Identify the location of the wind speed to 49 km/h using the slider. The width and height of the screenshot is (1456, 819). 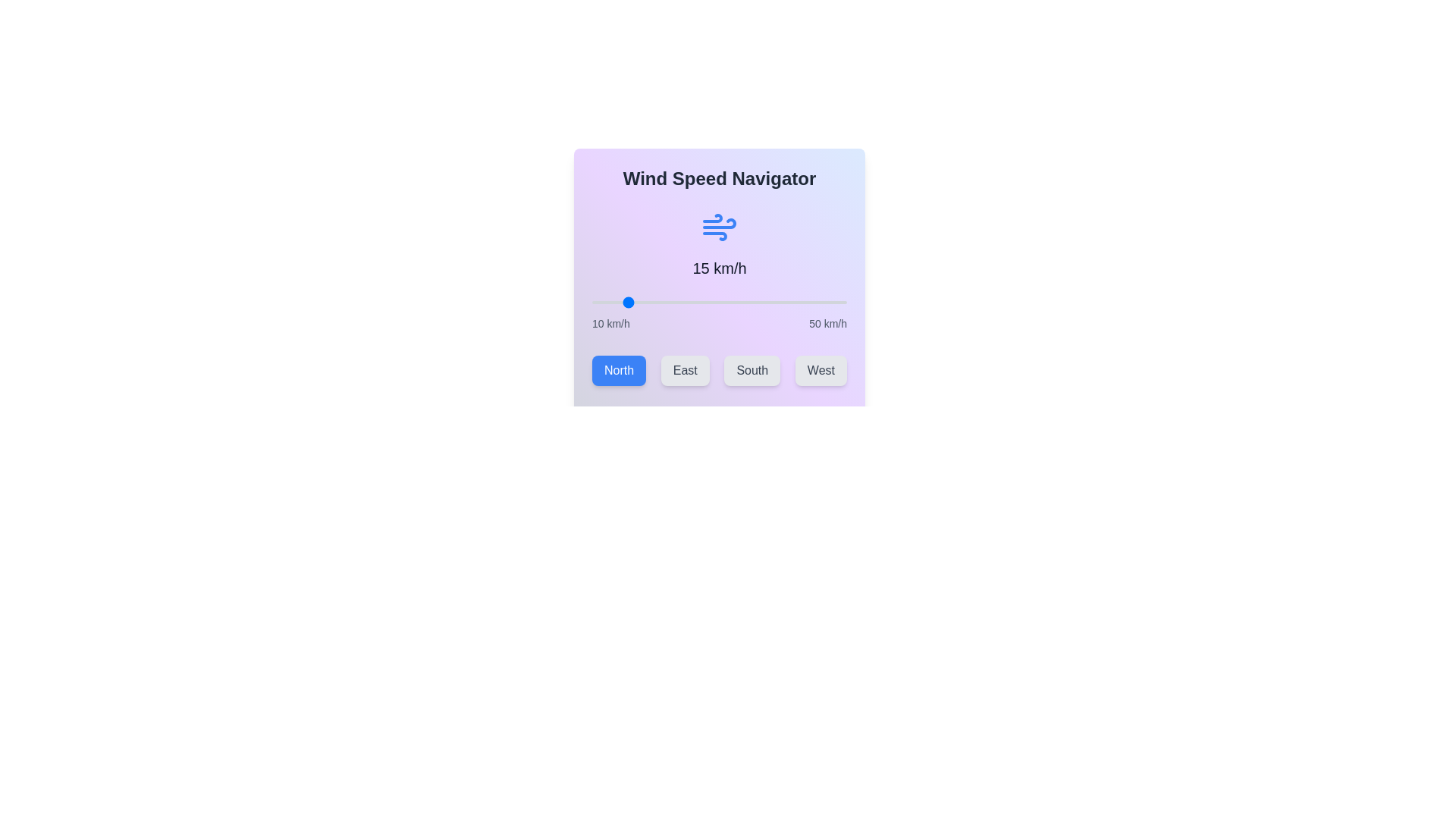
(839, 302).